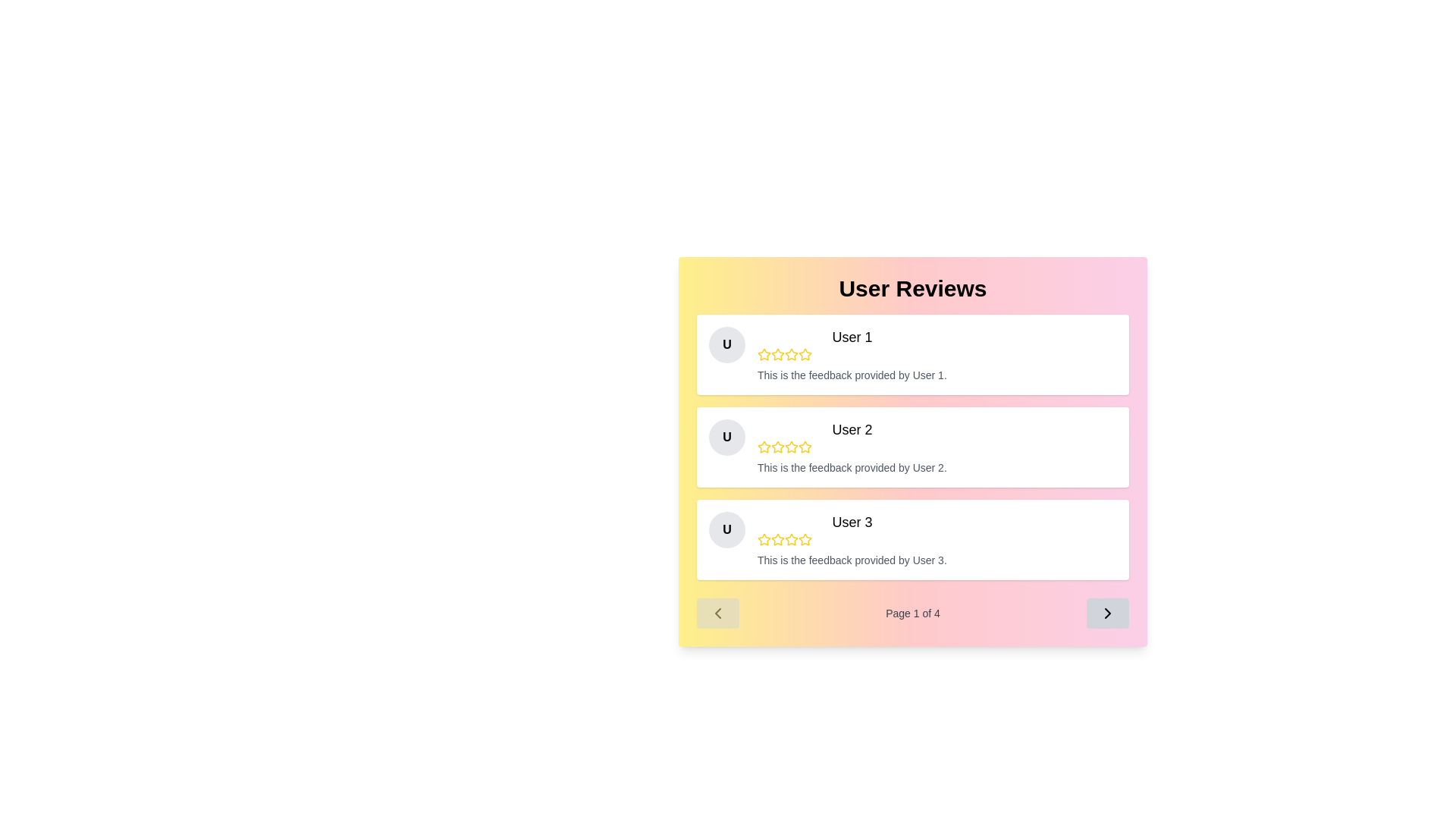 The image size is (1456, 819). What do you see at coordinates (912, 539) in the screenshot?
I see `feedback card component containing the user avatar 'U', username 'User 3', star rating, and feedback text, positioned as the third card in the vertical list` at bounding box center [912, 539].